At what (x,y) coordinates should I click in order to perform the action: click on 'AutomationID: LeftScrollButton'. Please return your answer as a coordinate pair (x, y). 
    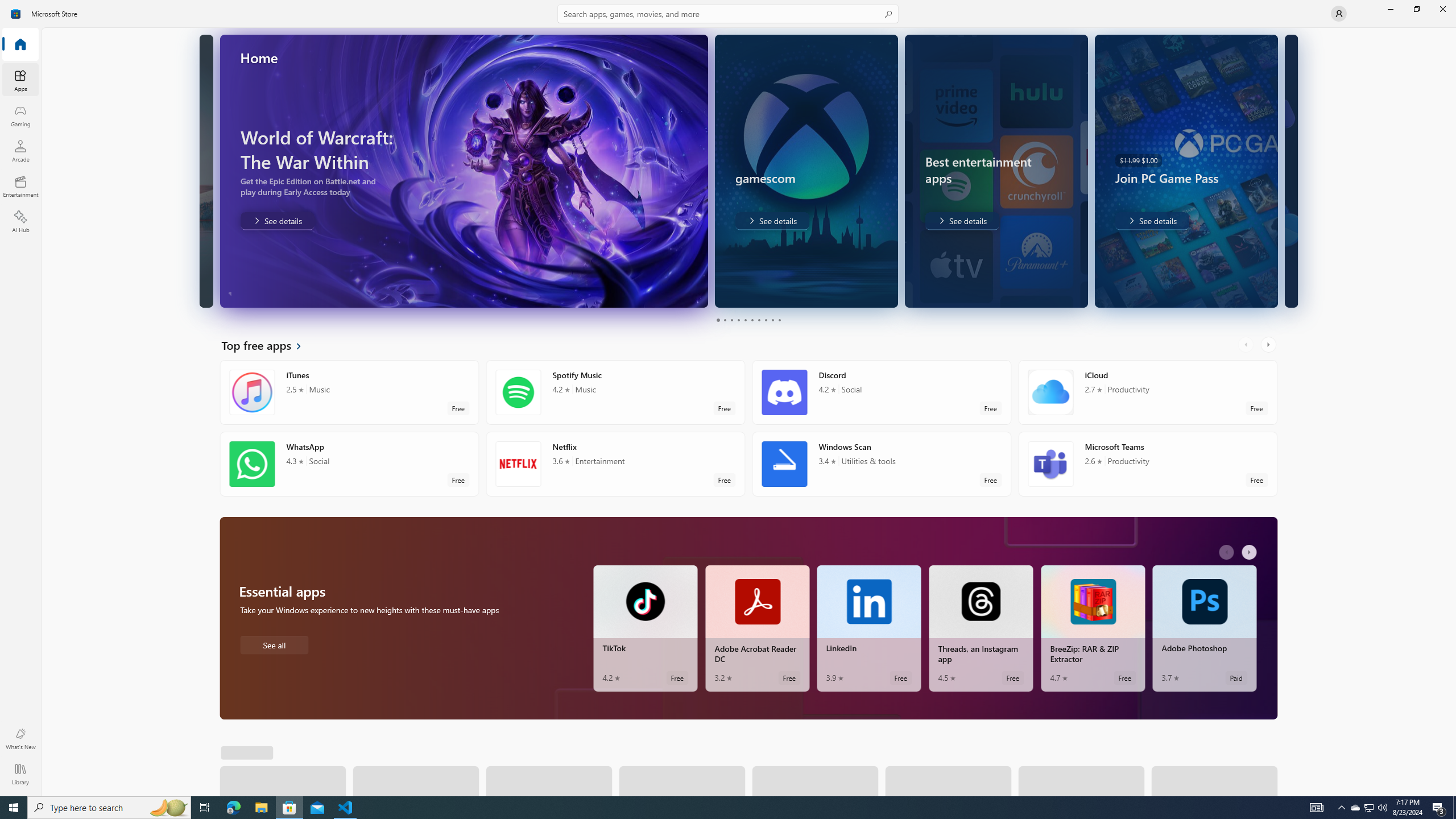
    Looking at the image, I should click on (1228, 551).